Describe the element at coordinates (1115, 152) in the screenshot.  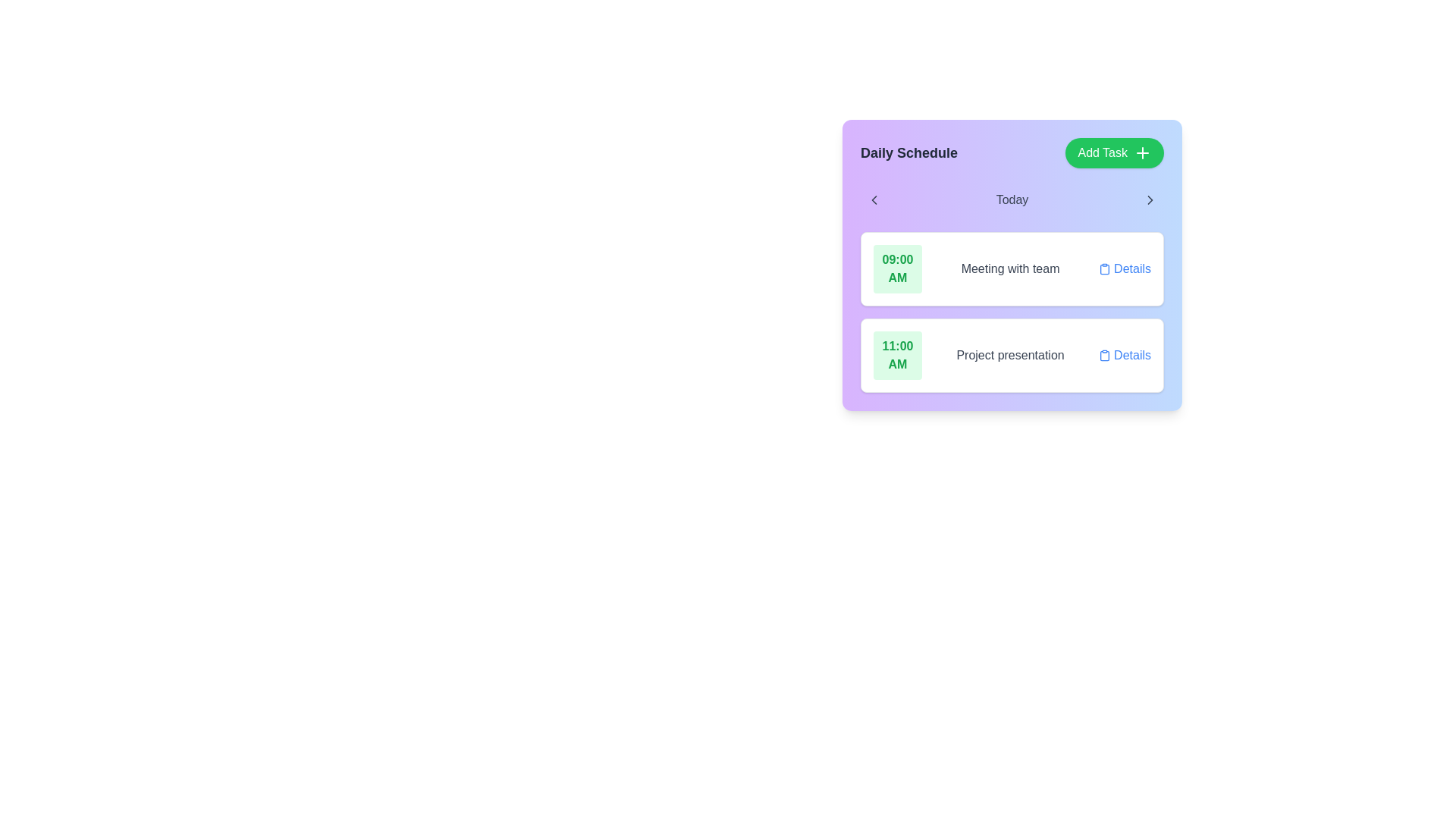
I see `the 'Add Task' button` at that location.